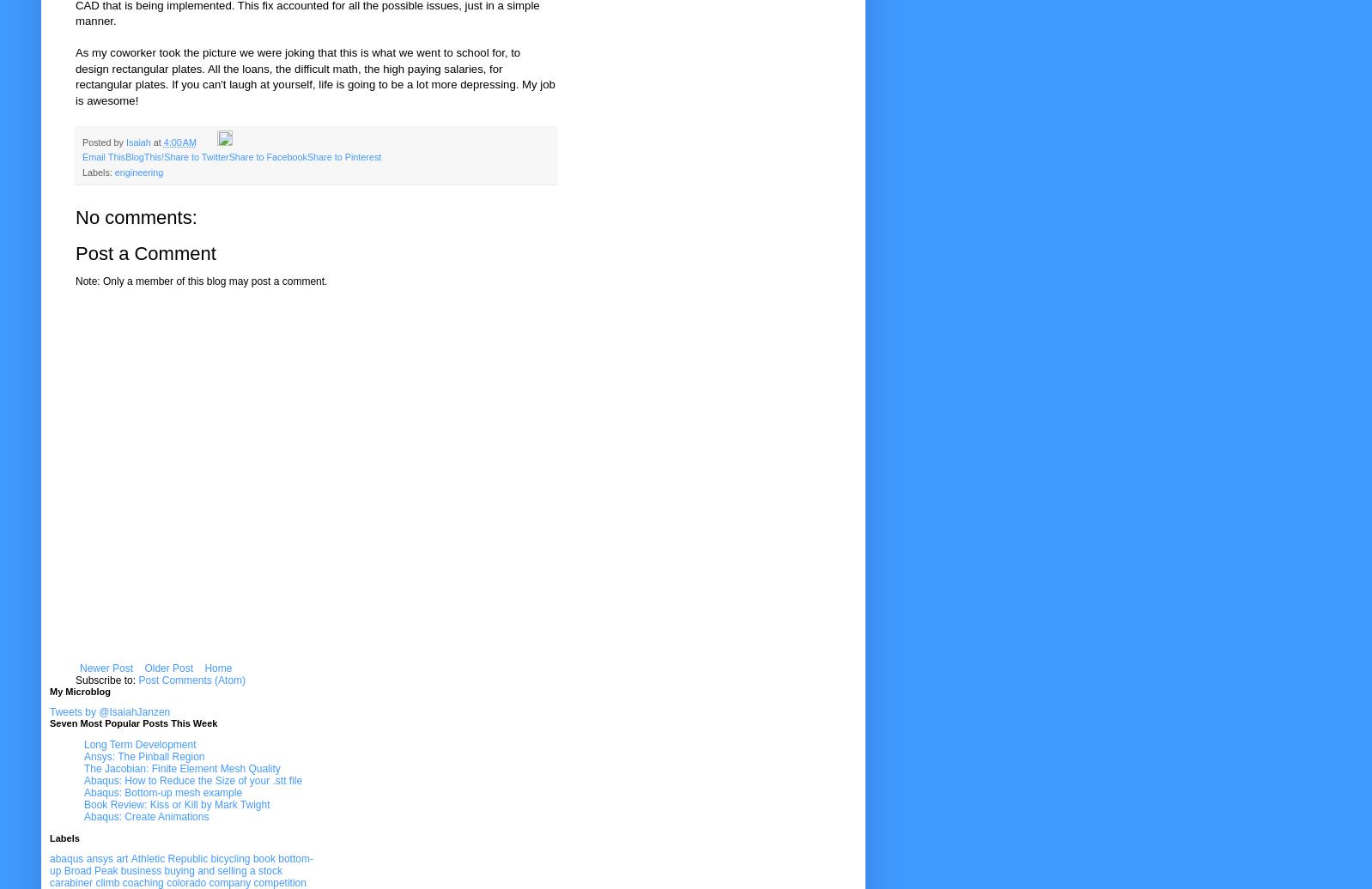 The height and width of the screenshot is (889, 1372). What do you see at coordinates (167, 668) in the screenshot?
I see `'Older Post'` at bounding box center [167, 668].